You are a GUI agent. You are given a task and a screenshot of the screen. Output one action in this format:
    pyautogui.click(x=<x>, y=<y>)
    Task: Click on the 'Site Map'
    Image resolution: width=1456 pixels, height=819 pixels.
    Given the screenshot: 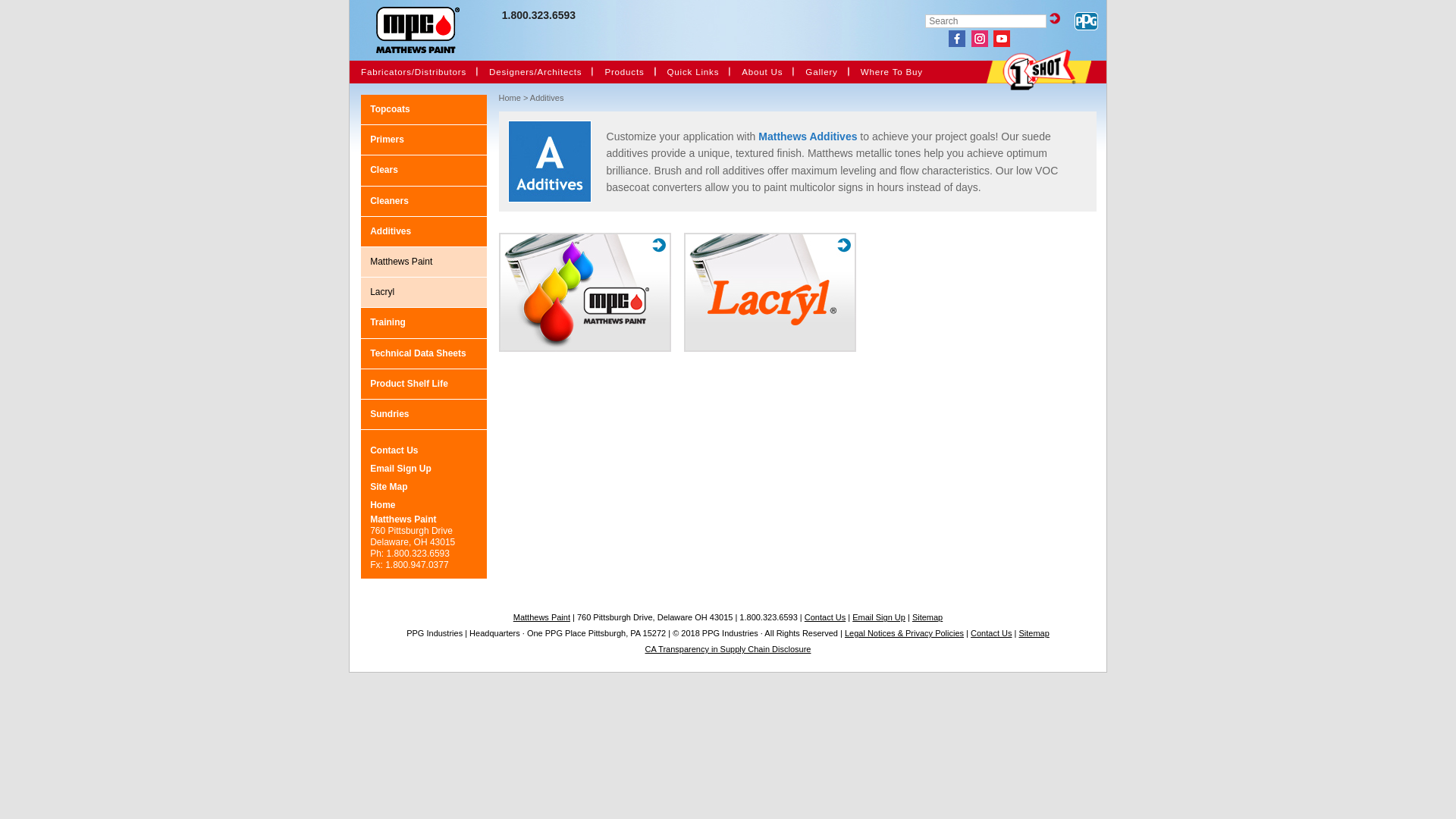 What is the action you would take?
    pyautogui.click(x=388, y=486)
    